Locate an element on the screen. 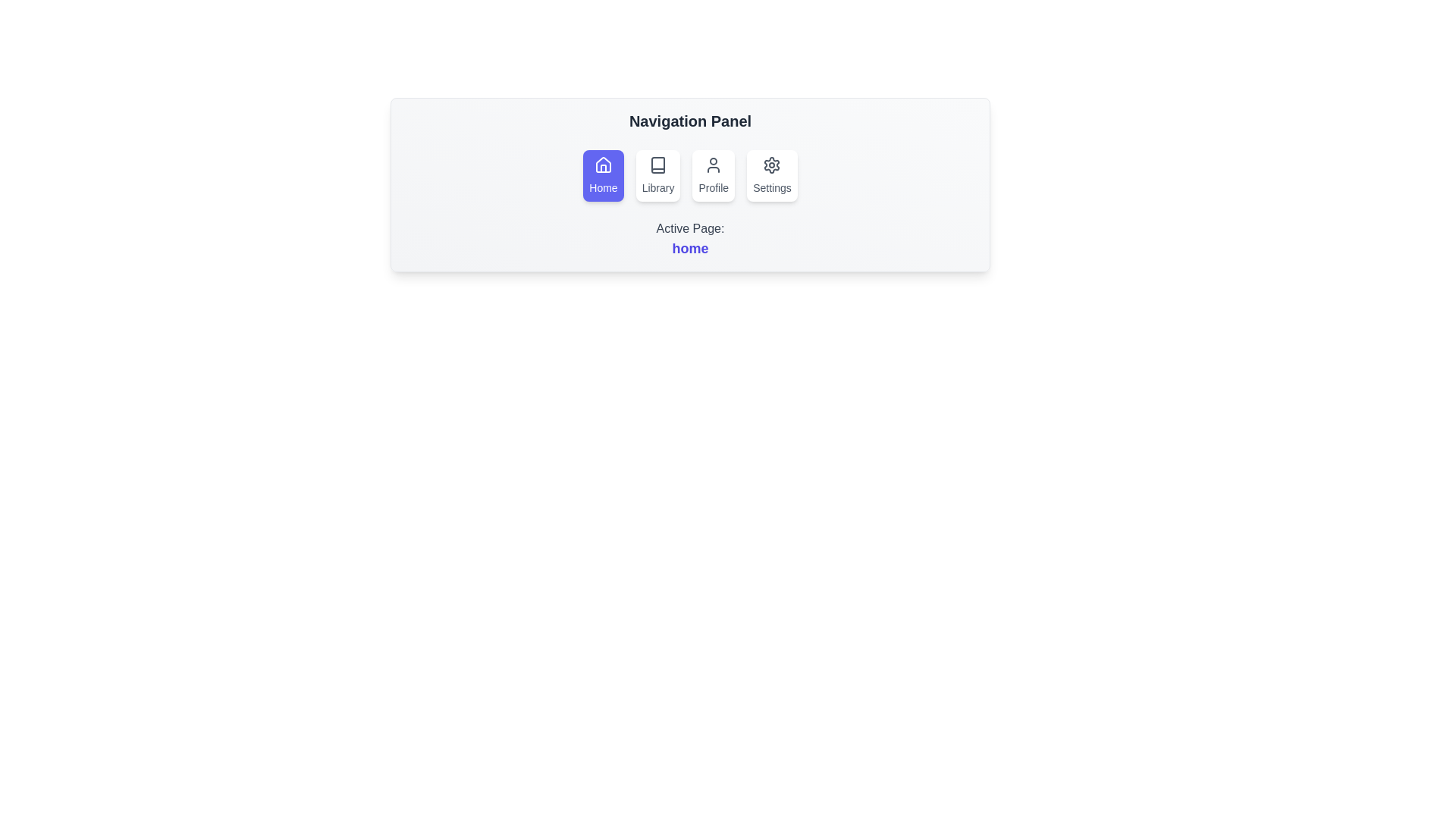 The image size is (1456, 819). the small rectangular icon featuring a thin outline representation of a book, located in the 'Library' menu option above the 'Library' label text is located at coordinates (658, 165).